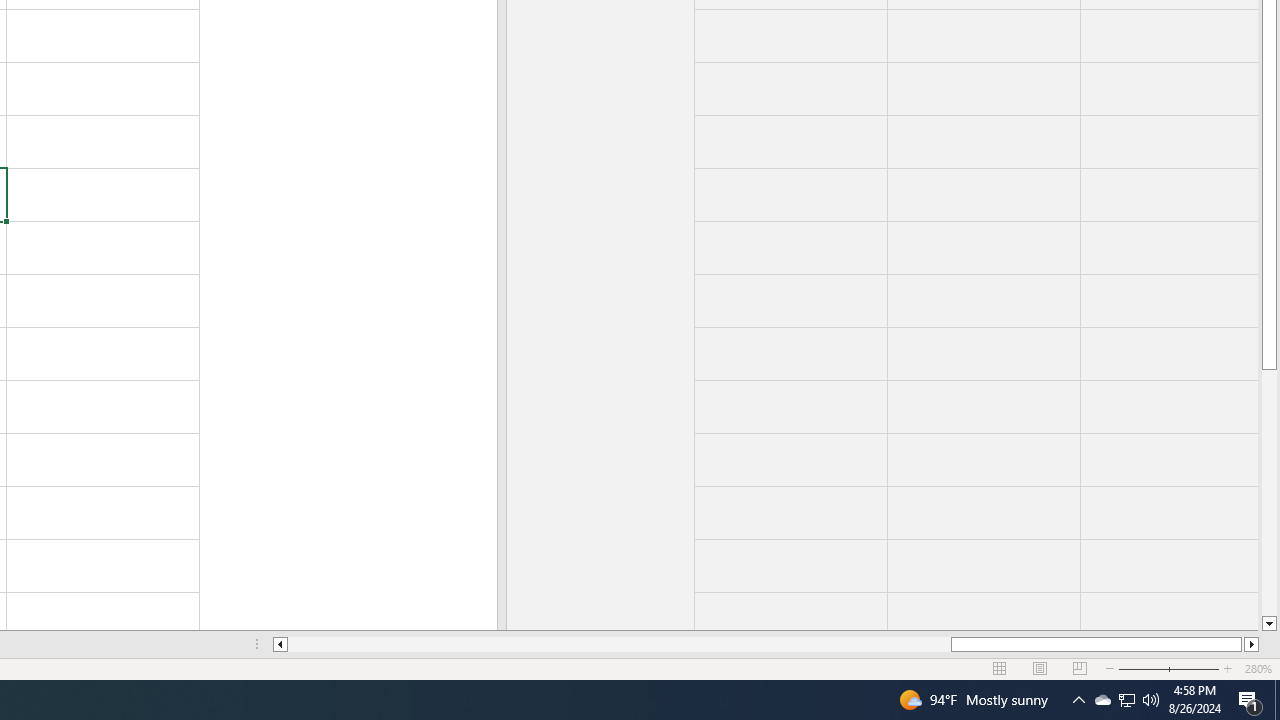  I want to click on 'Column right', so click(1251, 644).